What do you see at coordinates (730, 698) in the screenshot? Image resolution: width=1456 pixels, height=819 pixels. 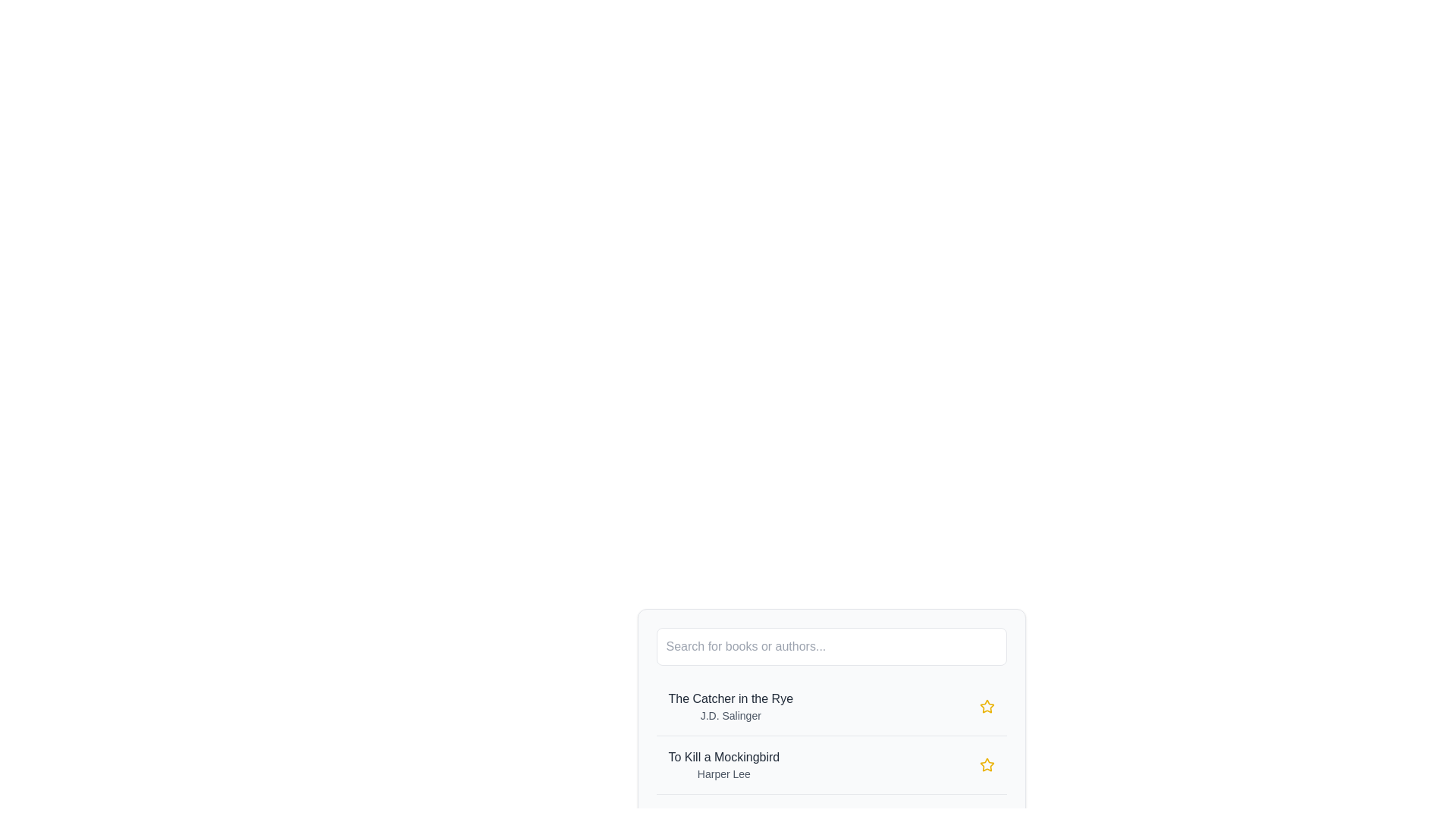 I see `the label representing the title of a book, located above the author's name 'J.D. Salinger' in the book list entry` at bounding box center [730, 698].